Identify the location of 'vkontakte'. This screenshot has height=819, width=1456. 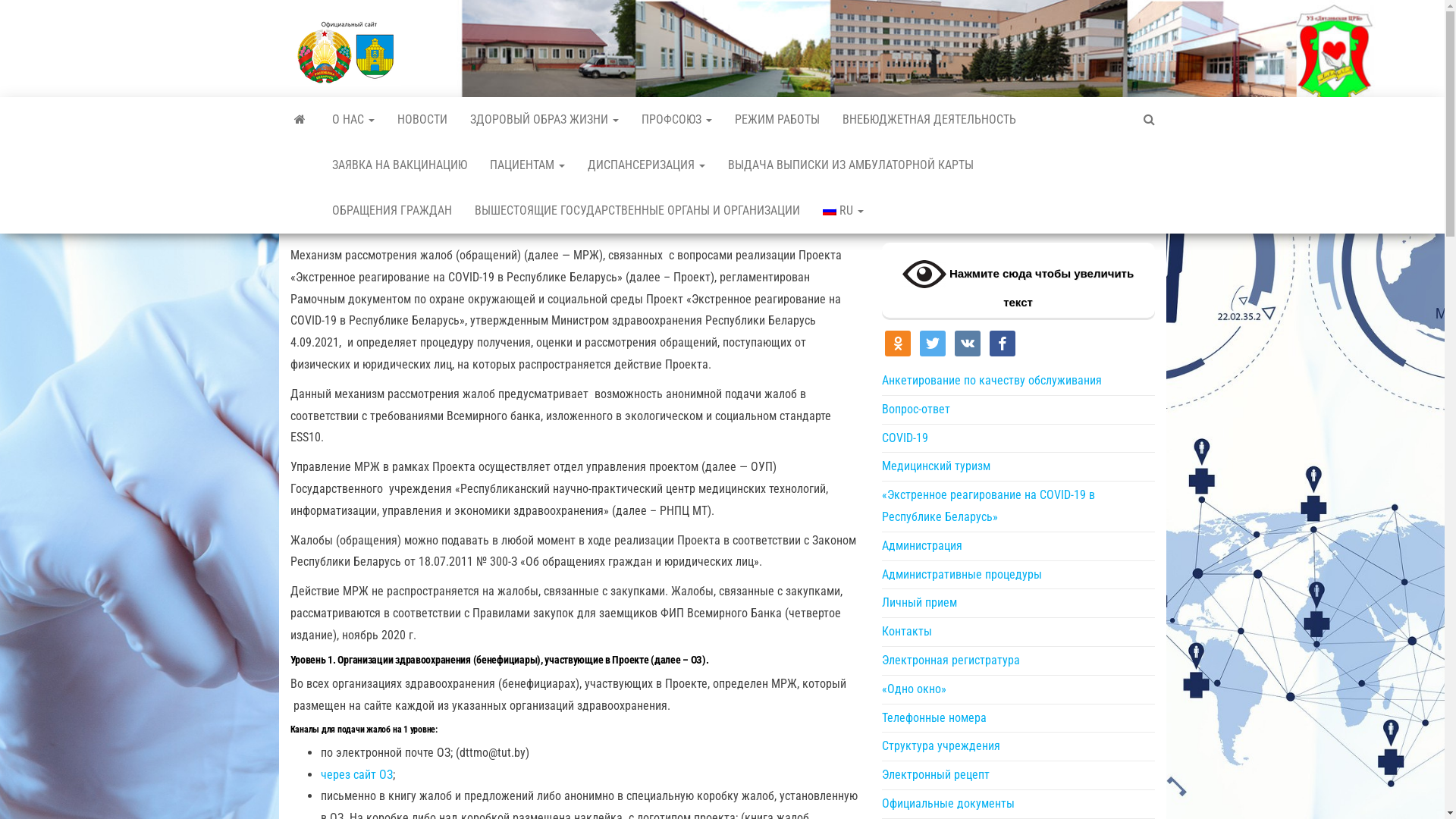
(966, 342).